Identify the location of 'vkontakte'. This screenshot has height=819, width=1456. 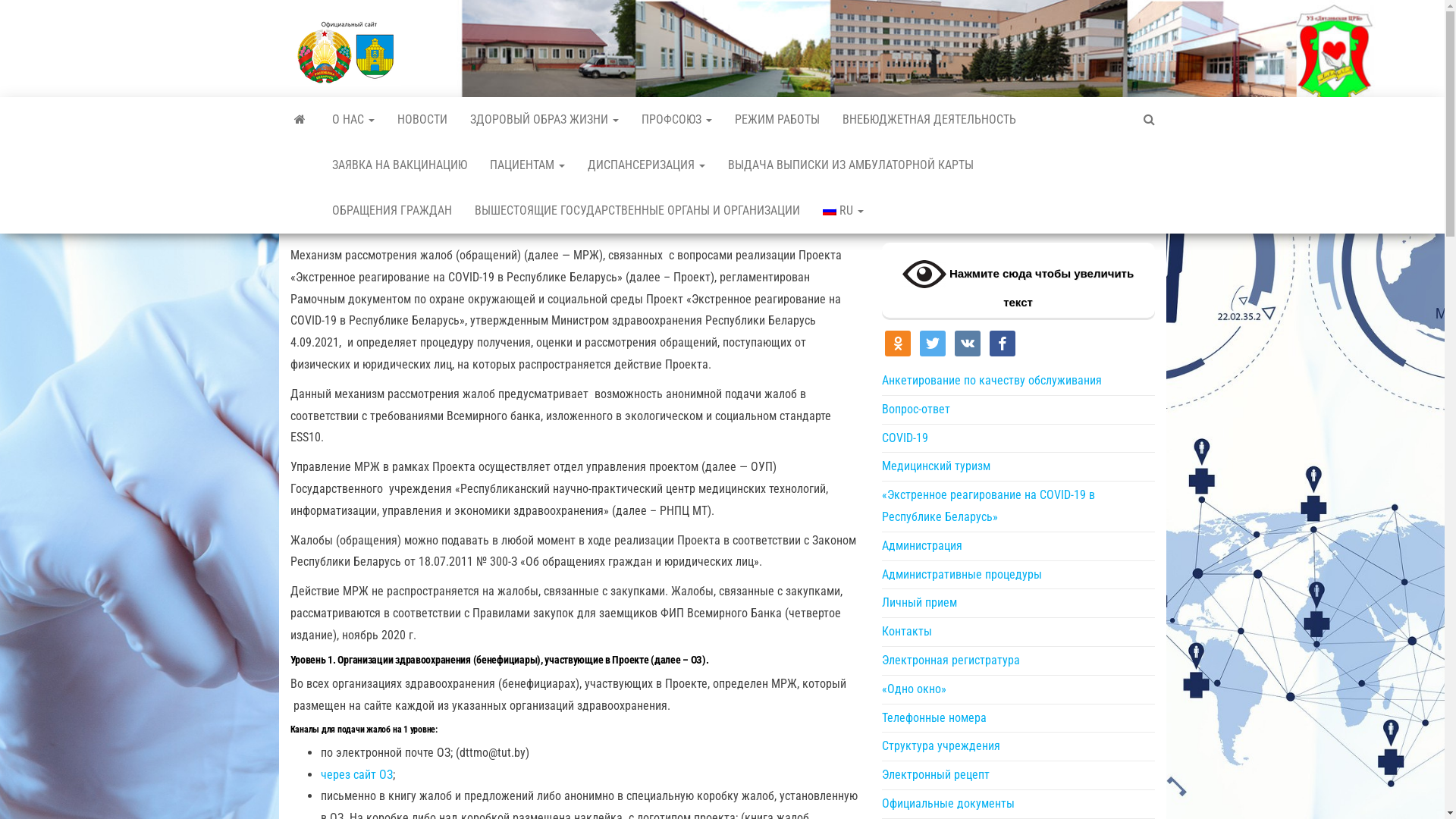
(966, 342).